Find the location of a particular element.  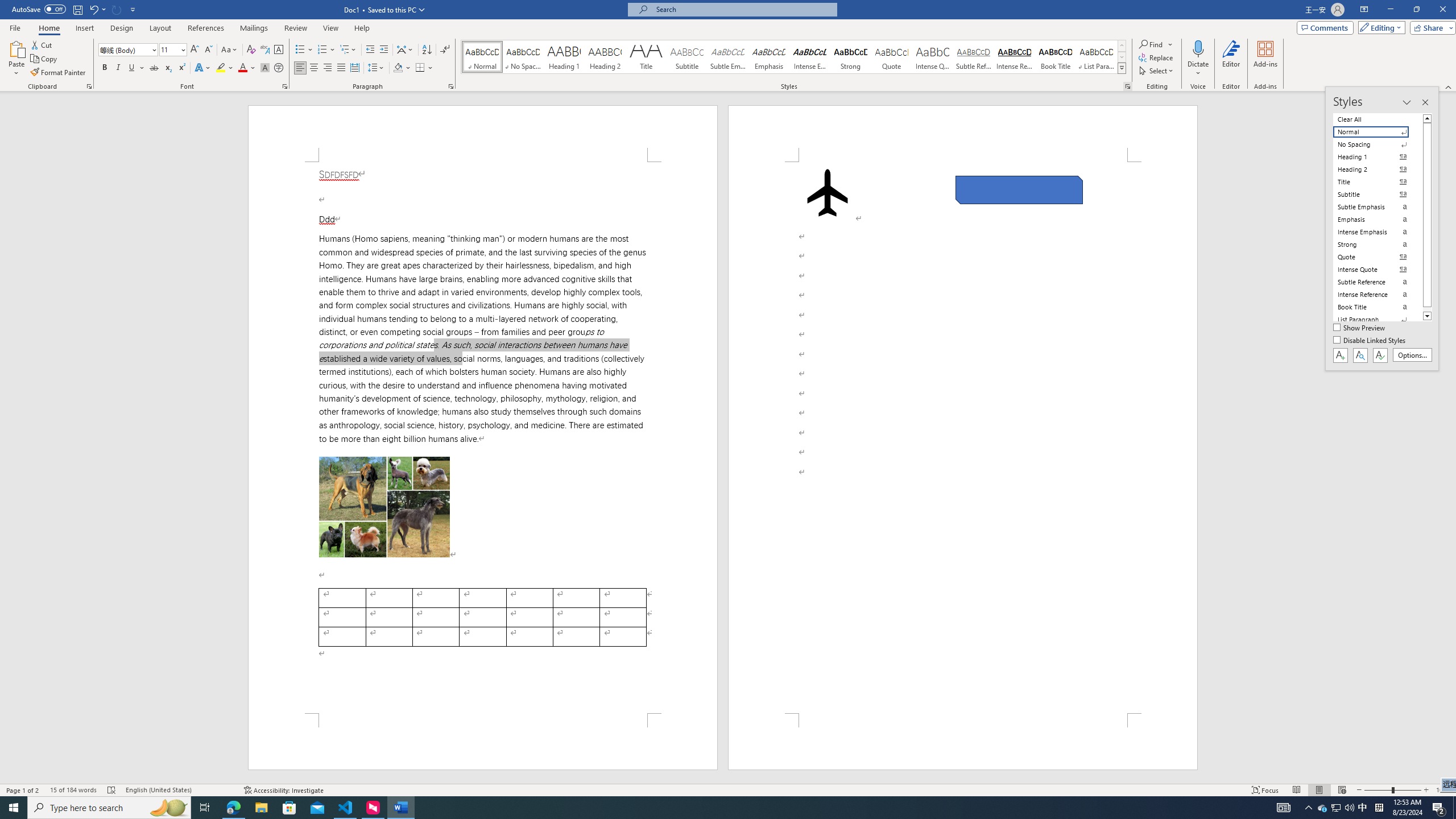

'AutoSave' is located at coordinates (39, 9).